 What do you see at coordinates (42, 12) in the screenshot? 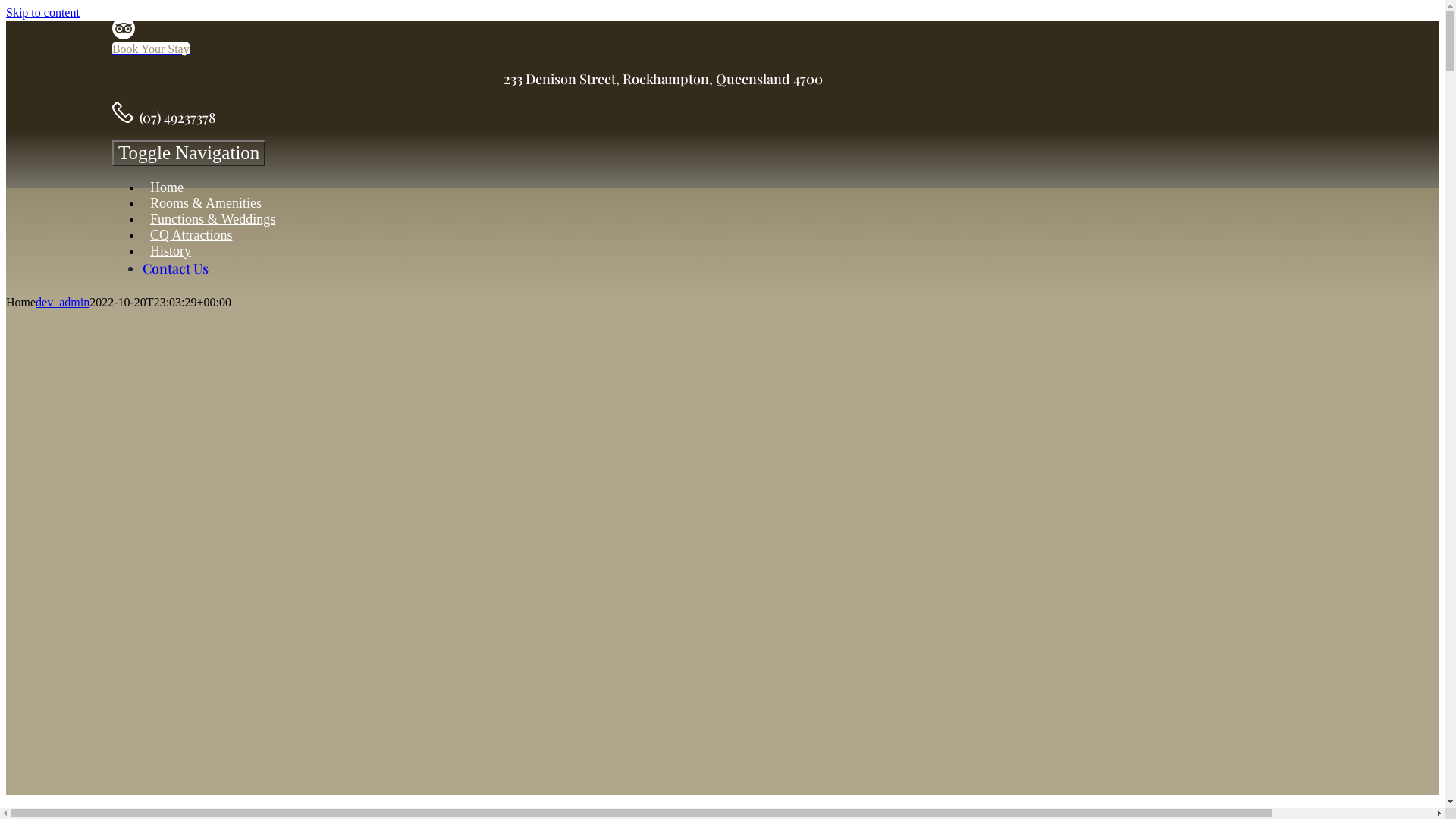
I see `'Skip to content'` at bounding box center [42, 12].